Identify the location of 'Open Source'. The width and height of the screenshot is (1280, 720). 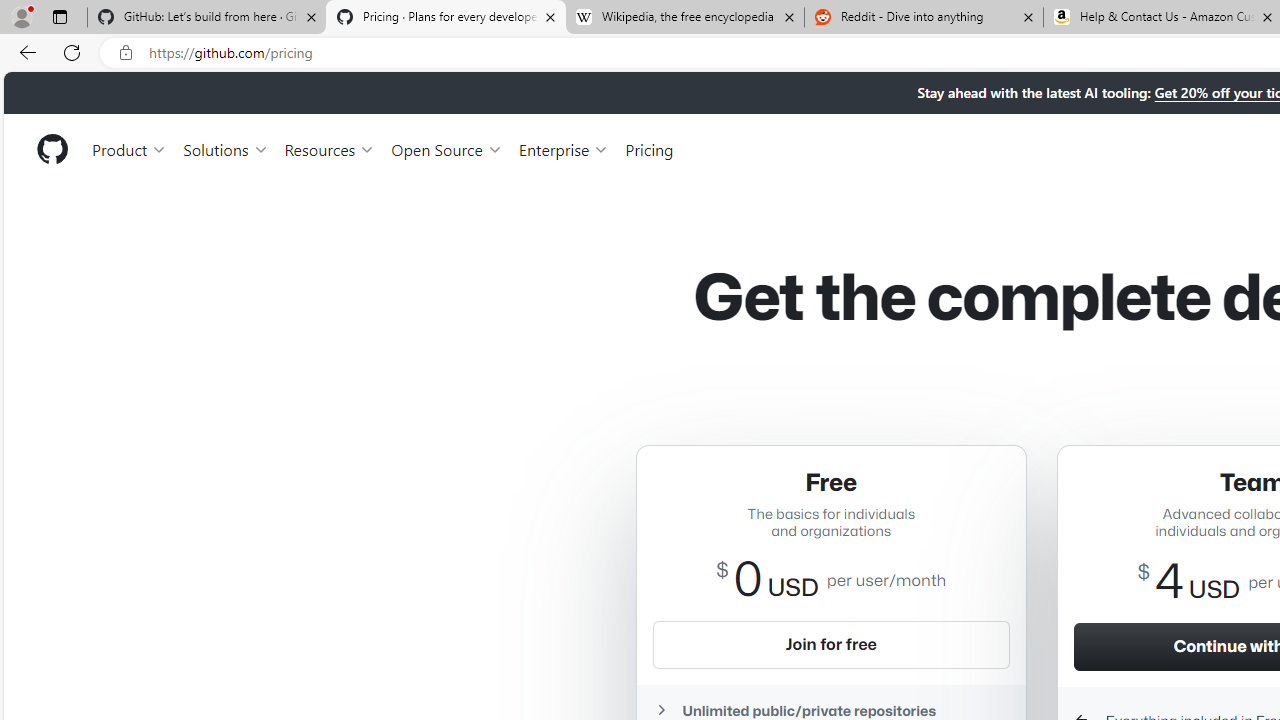
(445, 148).